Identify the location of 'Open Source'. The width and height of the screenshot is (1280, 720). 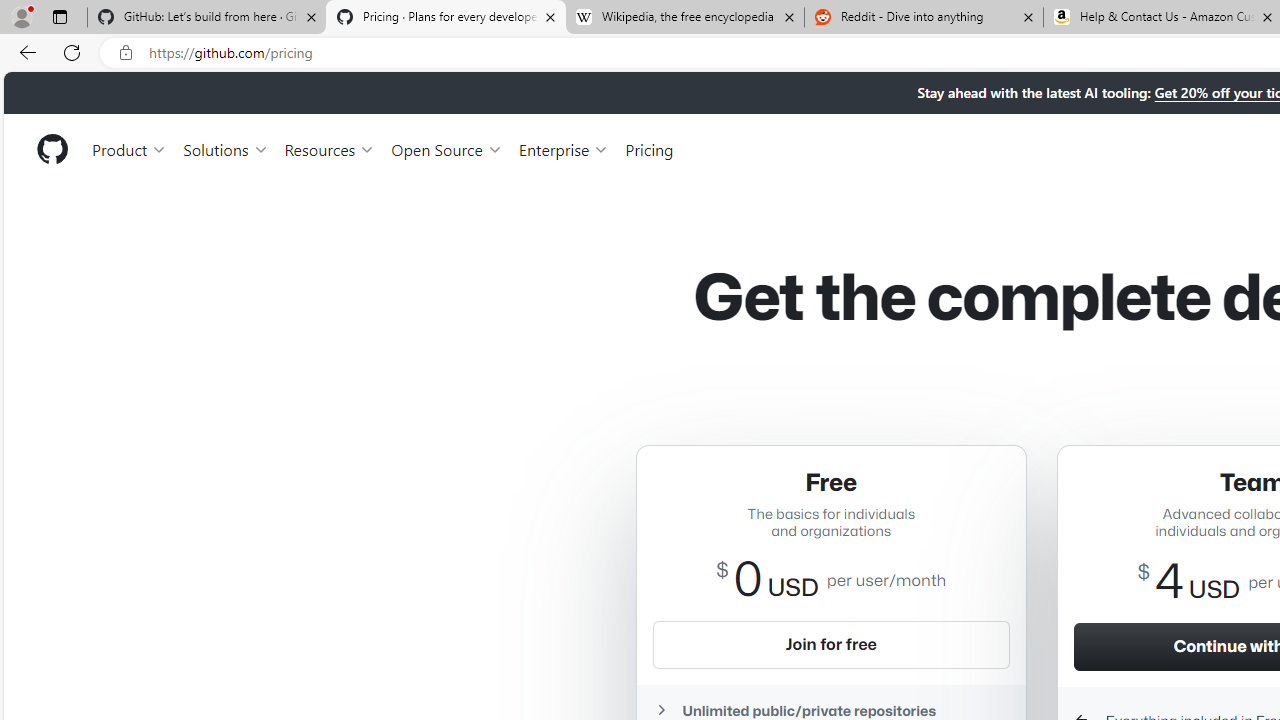
(445, 148).